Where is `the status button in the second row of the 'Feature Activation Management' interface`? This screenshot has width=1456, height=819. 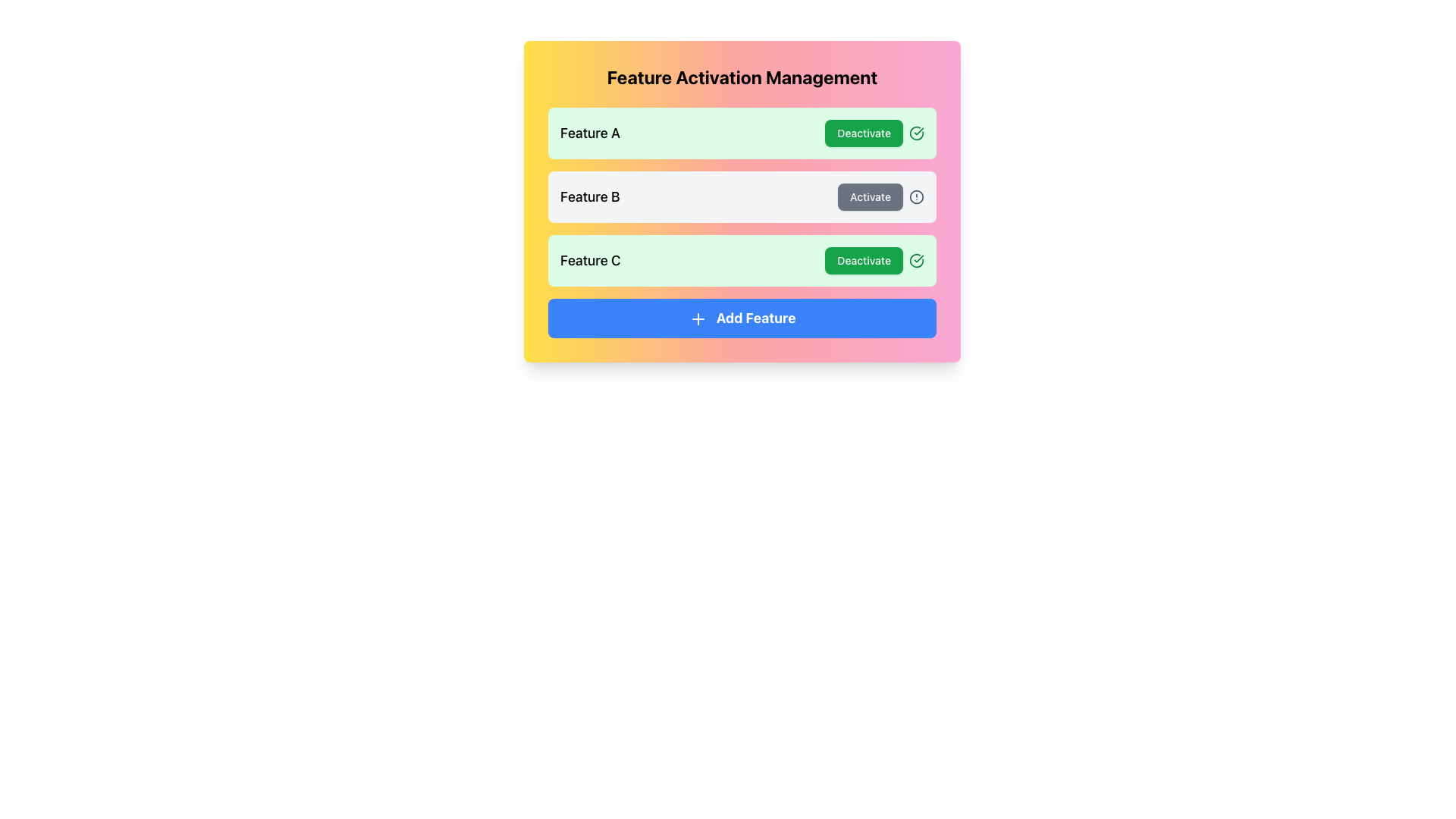
the status button in the second row of the 'Feature Activation Management' interface is located at coordinates (742, 196).